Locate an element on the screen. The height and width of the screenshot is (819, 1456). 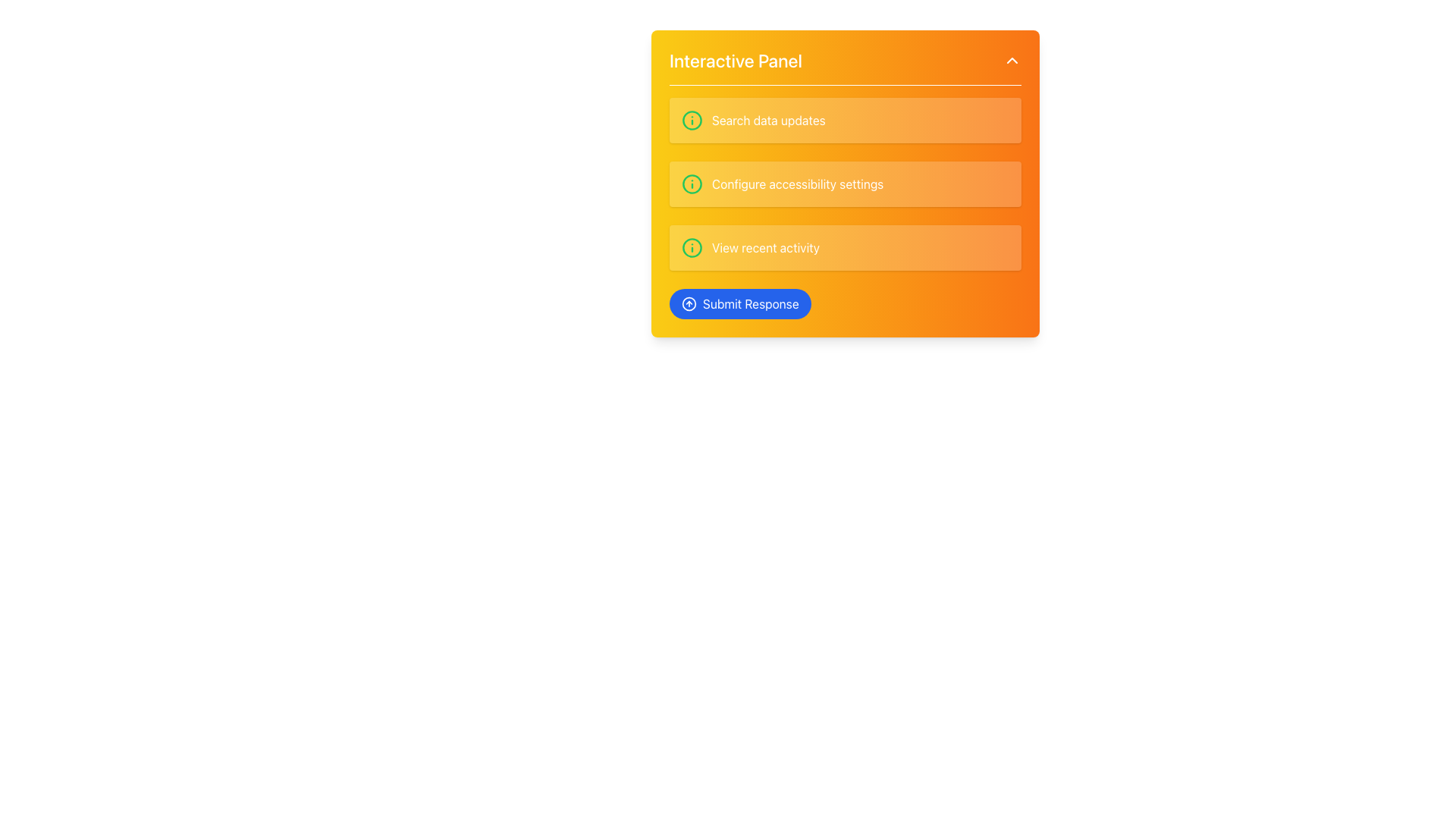
the first icon on the left within the 'Configure accessibility settings' option in the Interactive Panel is located at coordinates (691, 184).